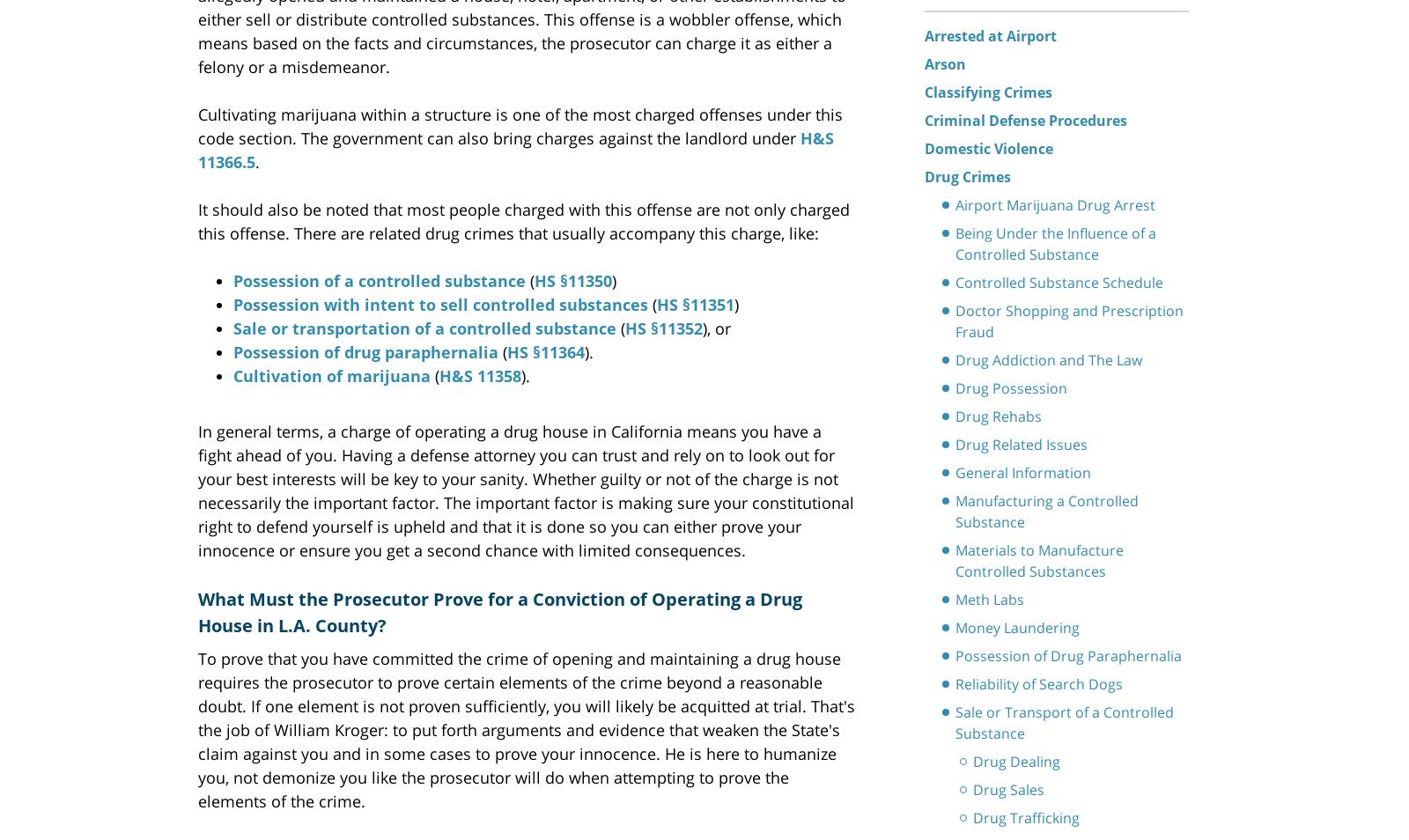  I want to click on 'Cultivation of marijuana', so click(331, 374).